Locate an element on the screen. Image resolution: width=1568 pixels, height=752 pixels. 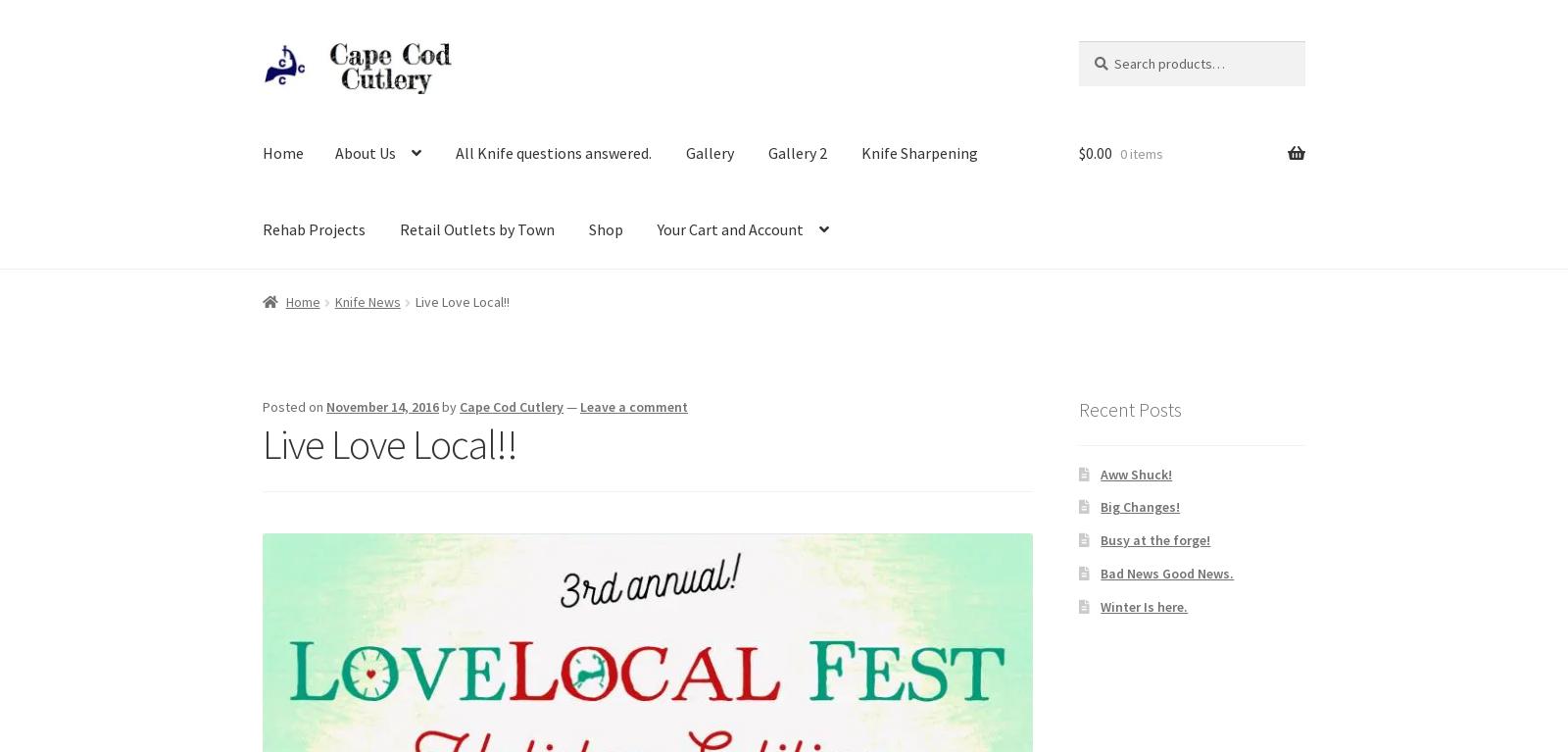
'Knife News' is located at coordinates (367, 301).